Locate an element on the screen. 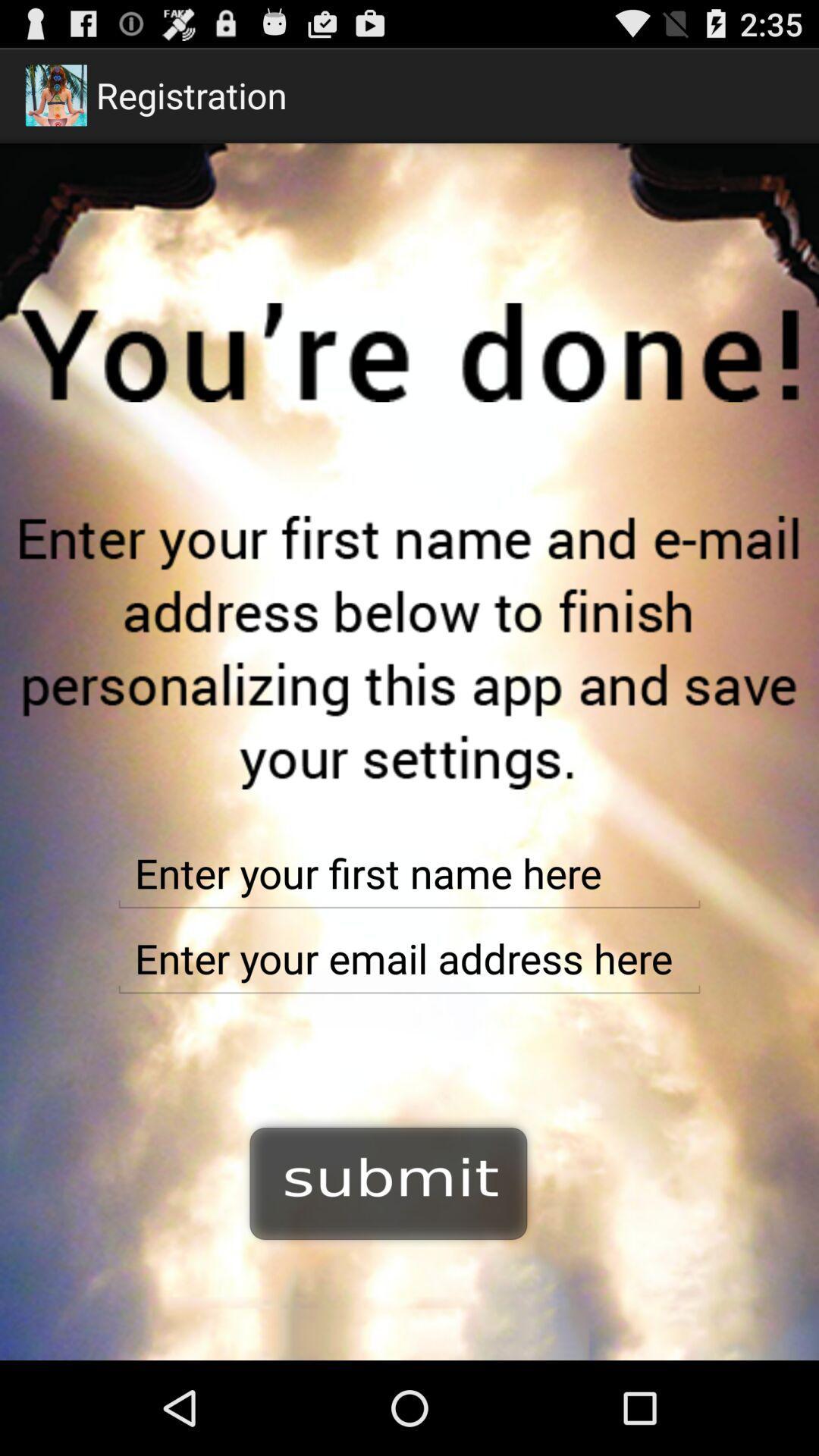 Image resolution: width=819 pixels, height=1456 pixels. submit is located at coordinates (388, 1181).